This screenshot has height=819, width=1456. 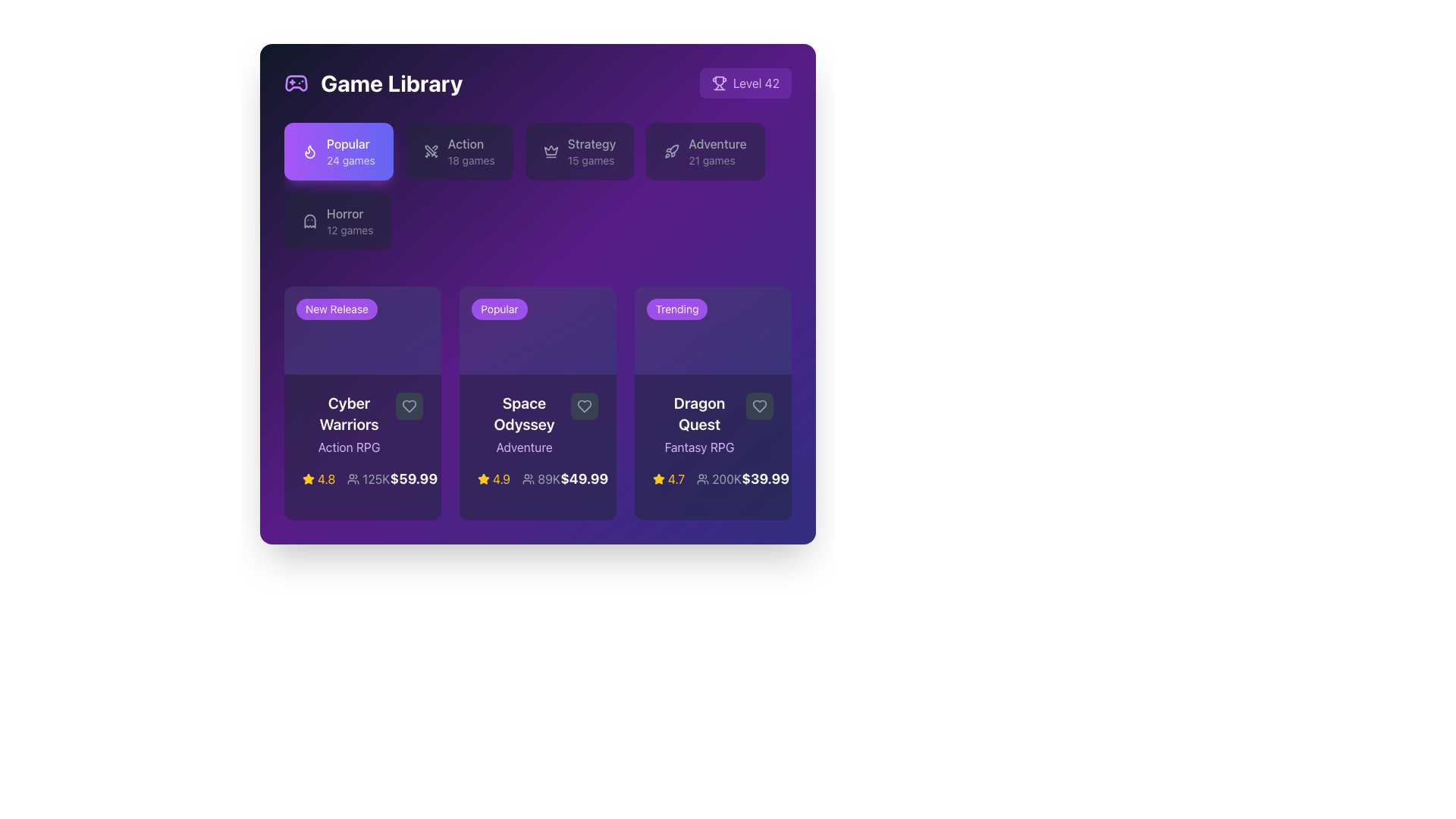 What do you see at coordinates (348, 425) in the screenshot?
I see `text label displaying 'Cyber Warriors' and 'Action RPG' in the top-left corner of the second row of the card grid under the 'Popular' pane` at bounding box center [348, 425].